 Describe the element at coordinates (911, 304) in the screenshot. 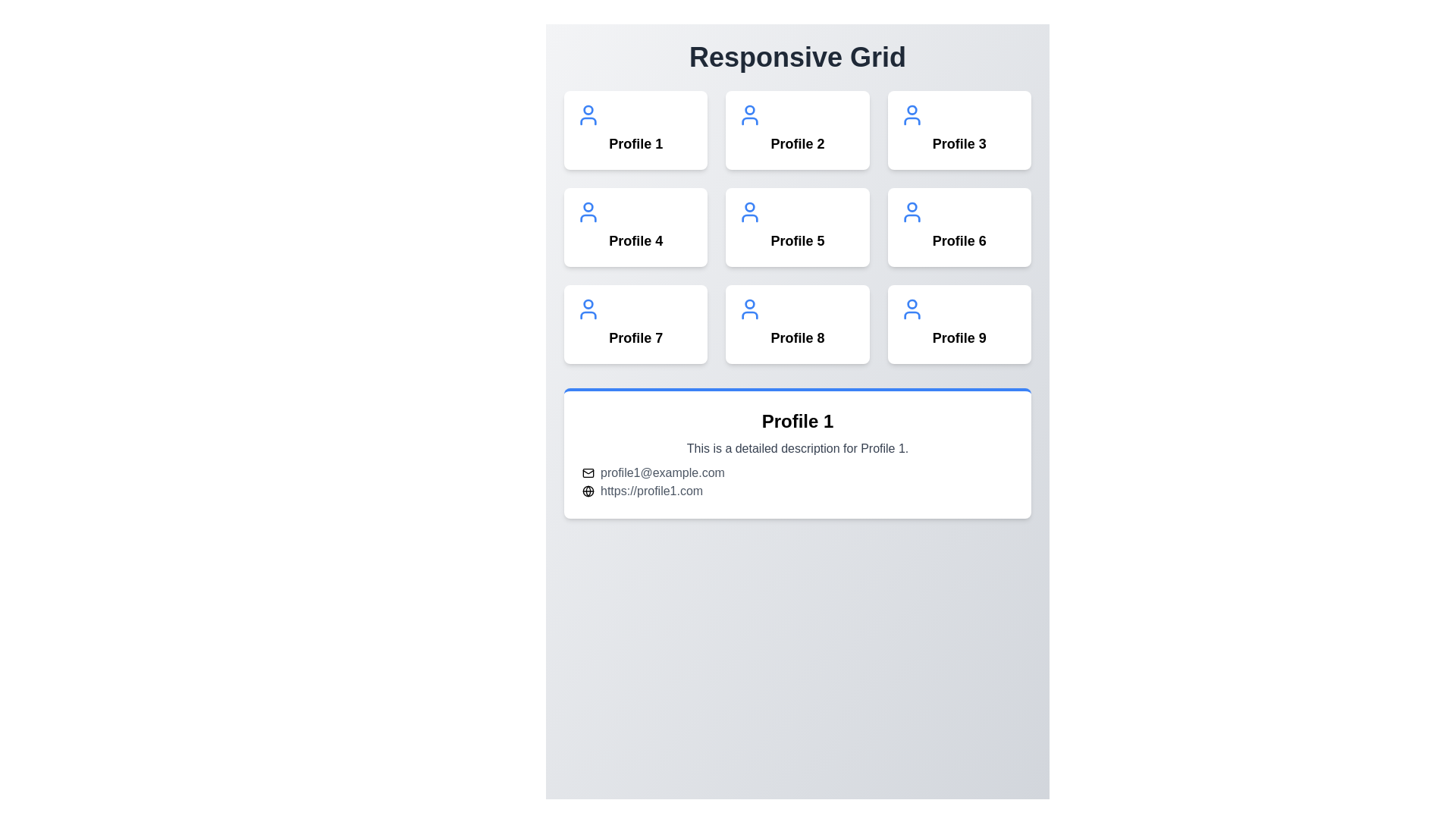

I see `the blue SVG Circle representing the user avatar in the 'Profile 9' item located in the bottom-right corner of the grid` at that location.